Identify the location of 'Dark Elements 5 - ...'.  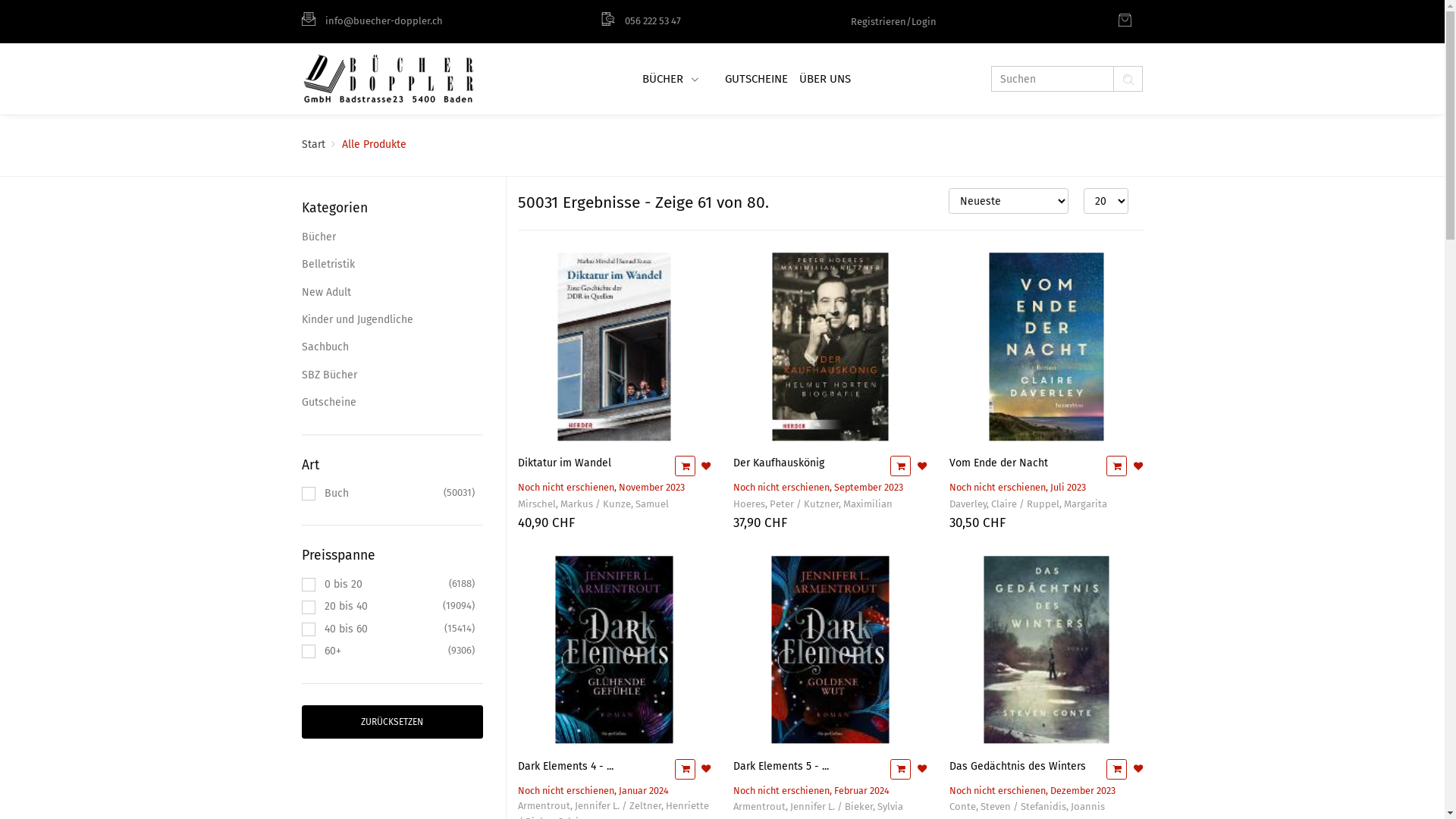
(781, 766).